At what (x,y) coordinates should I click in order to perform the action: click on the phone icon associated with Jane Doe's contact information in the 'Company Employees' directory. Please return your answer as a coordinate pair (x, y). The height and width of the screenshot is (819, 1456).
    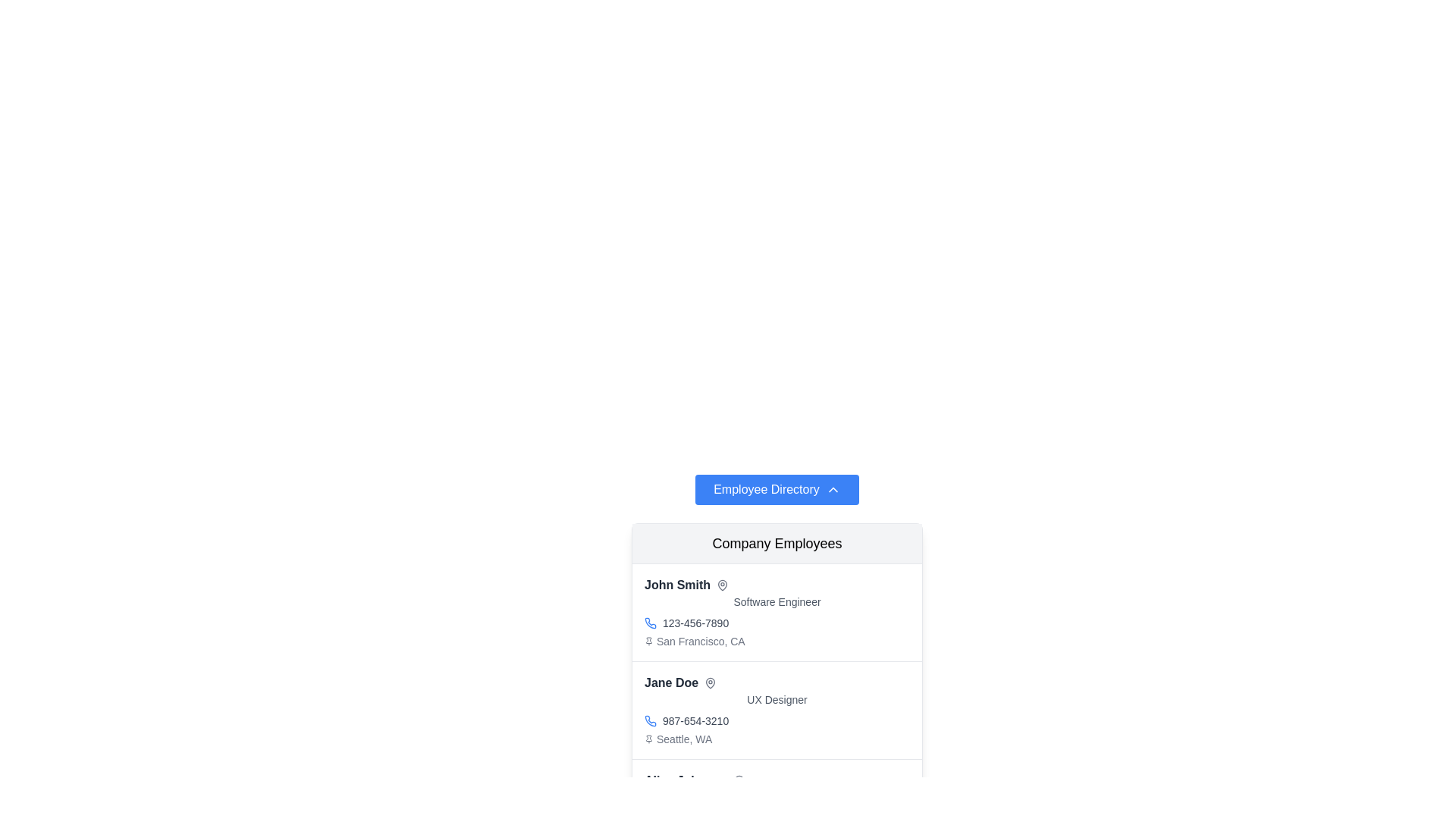
    Looking at the image, I should click on (651, 720).